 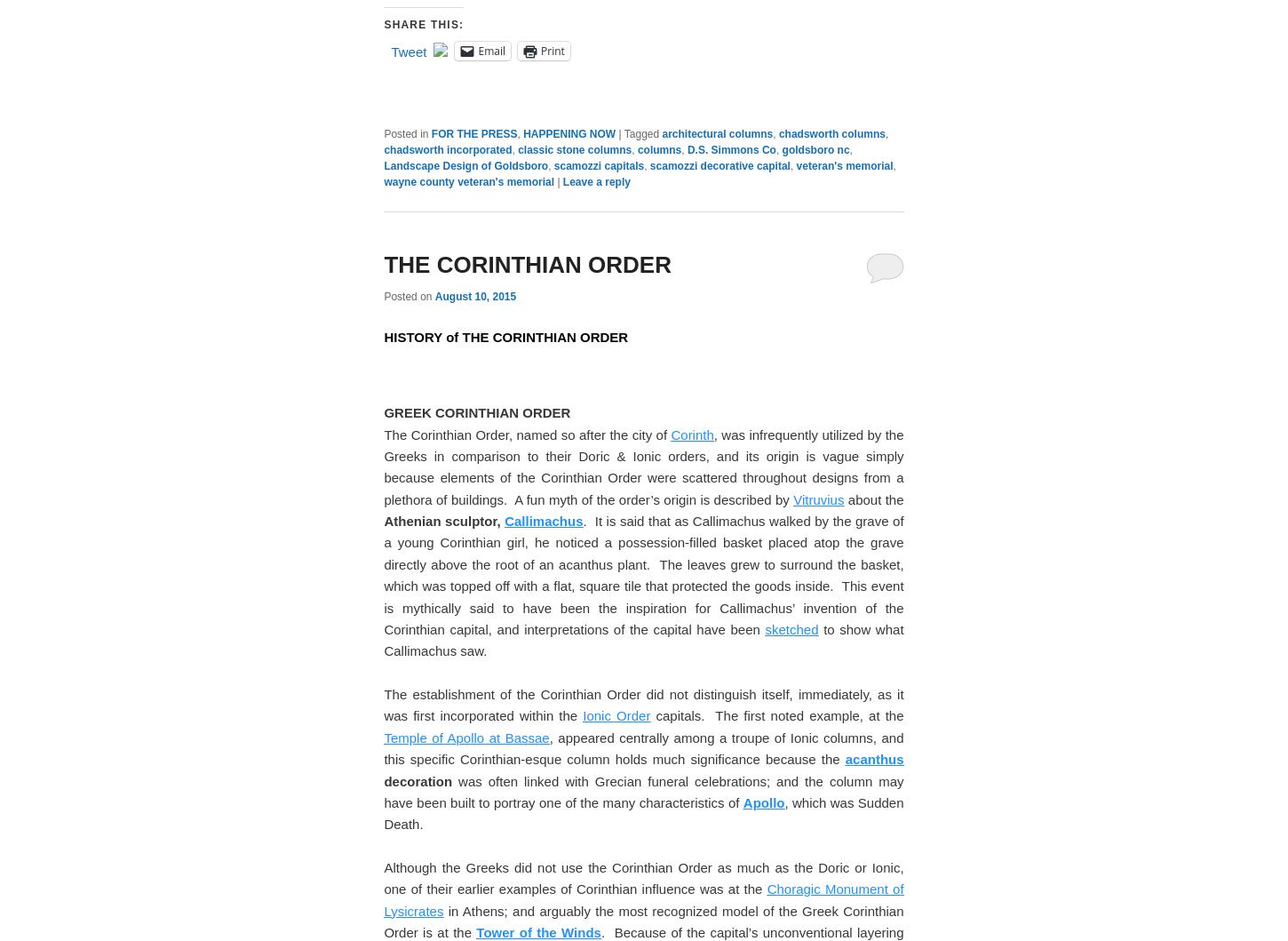 What do you see at coordinates (513, 192) in the screenshot?
I see `'14″ x 12′'` at bounding box center [513, 192].